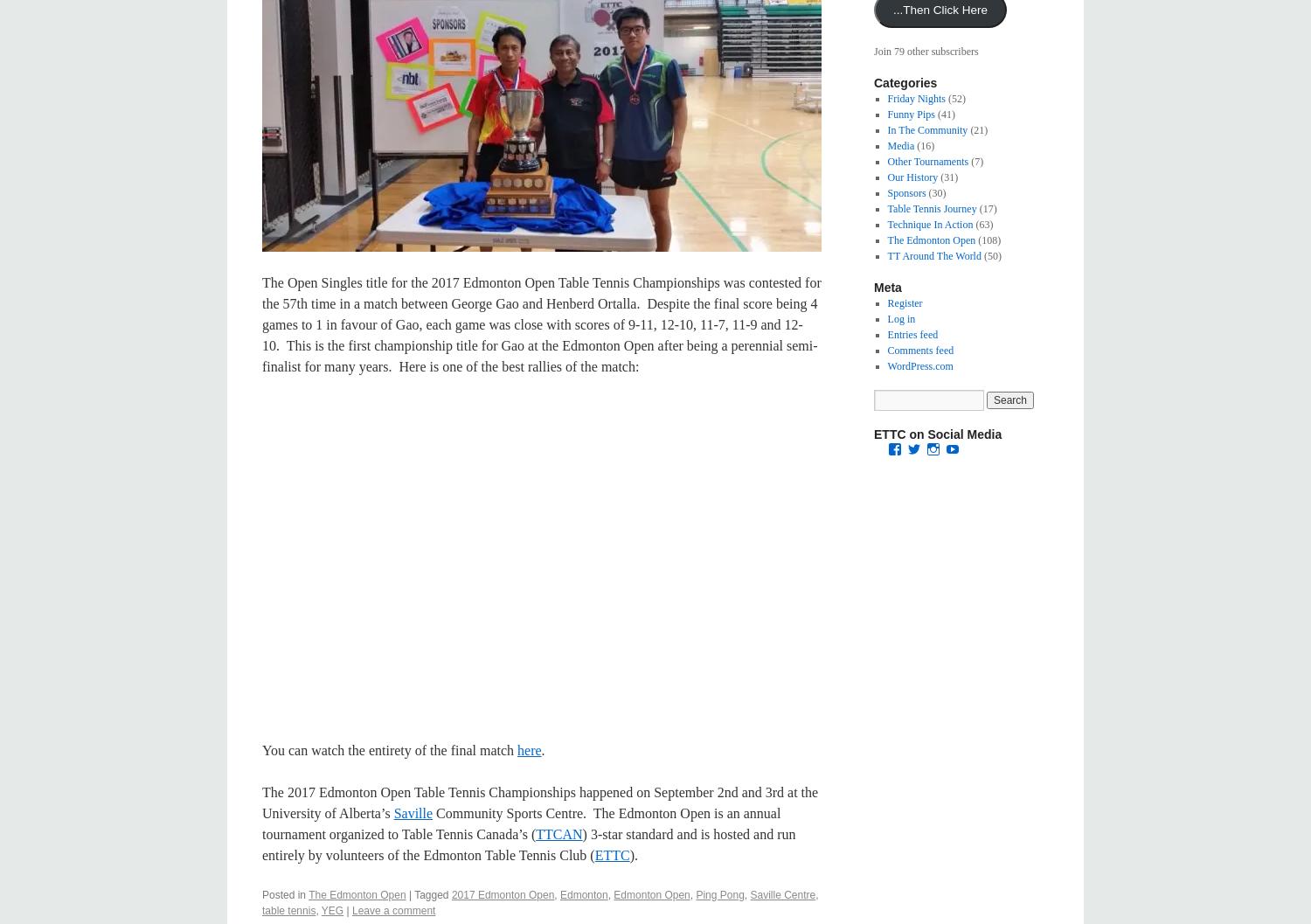 The image size is (1311, 924). I want to click on '(21)', so click(976, 129).